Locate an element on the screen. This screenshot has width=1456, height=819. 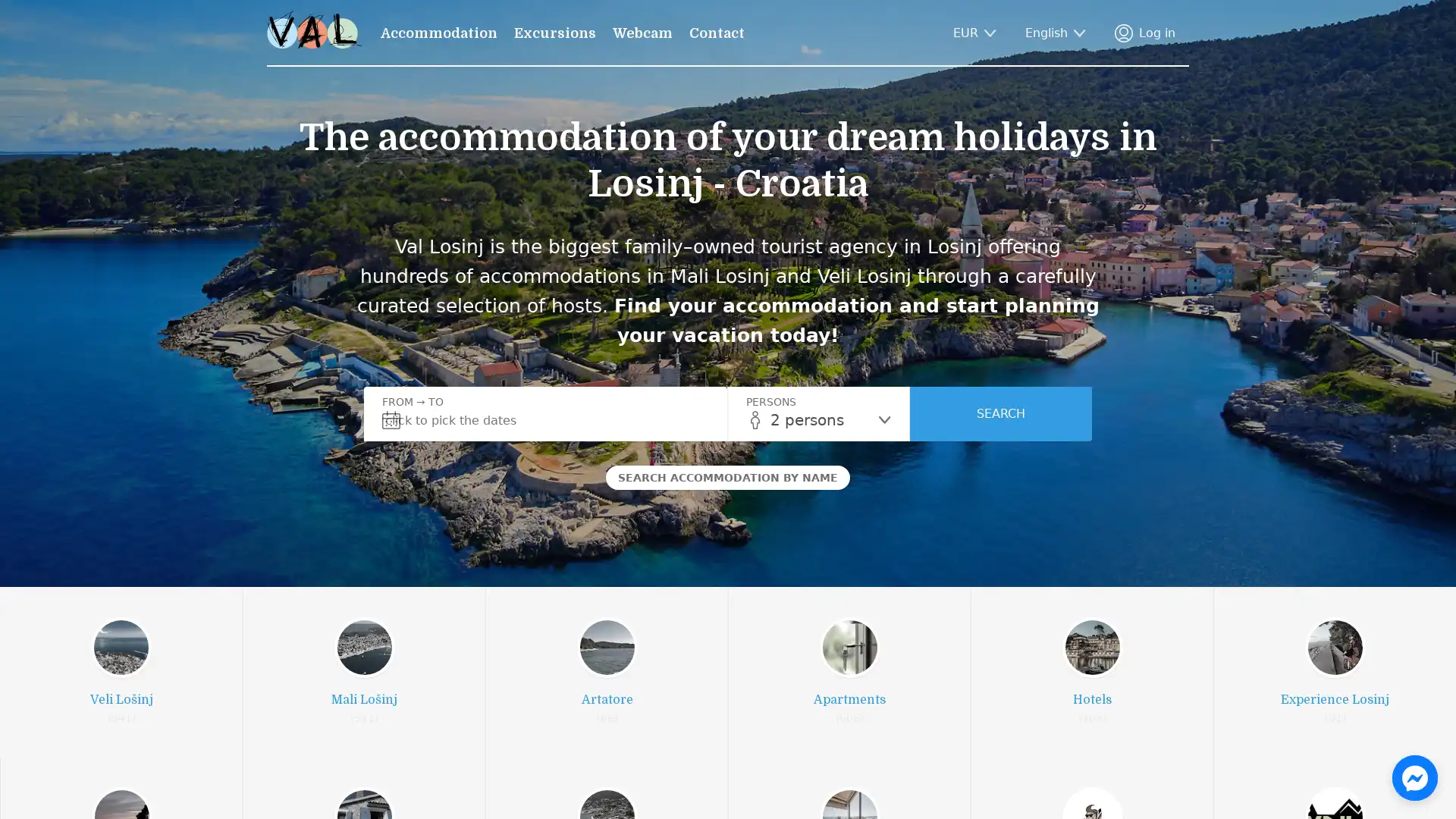
SEARCH is located at coordinates (1001, 414).